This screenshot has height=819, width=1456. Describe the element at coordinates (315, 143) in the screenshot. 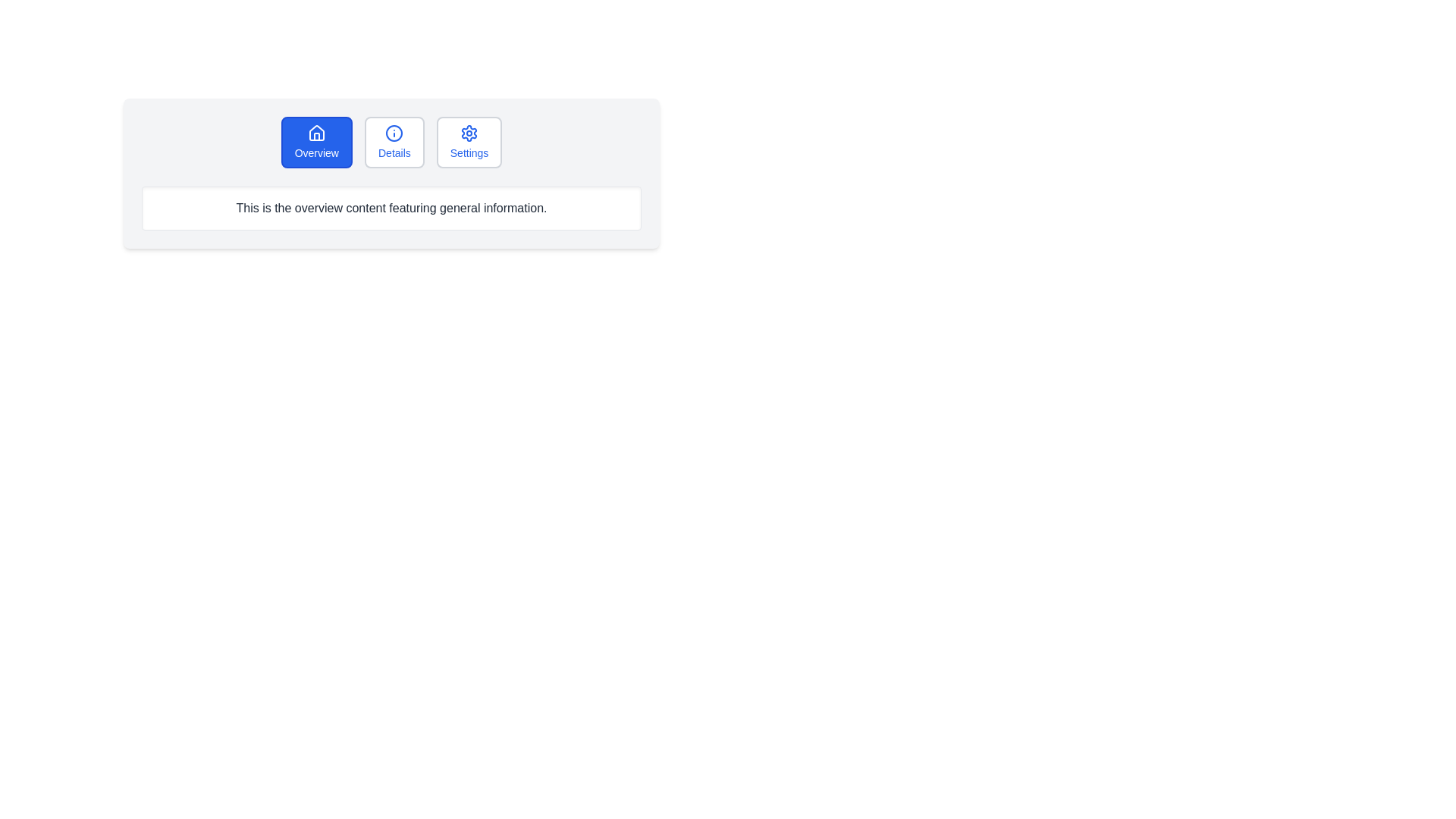

I see `the Overview tab` at that location.